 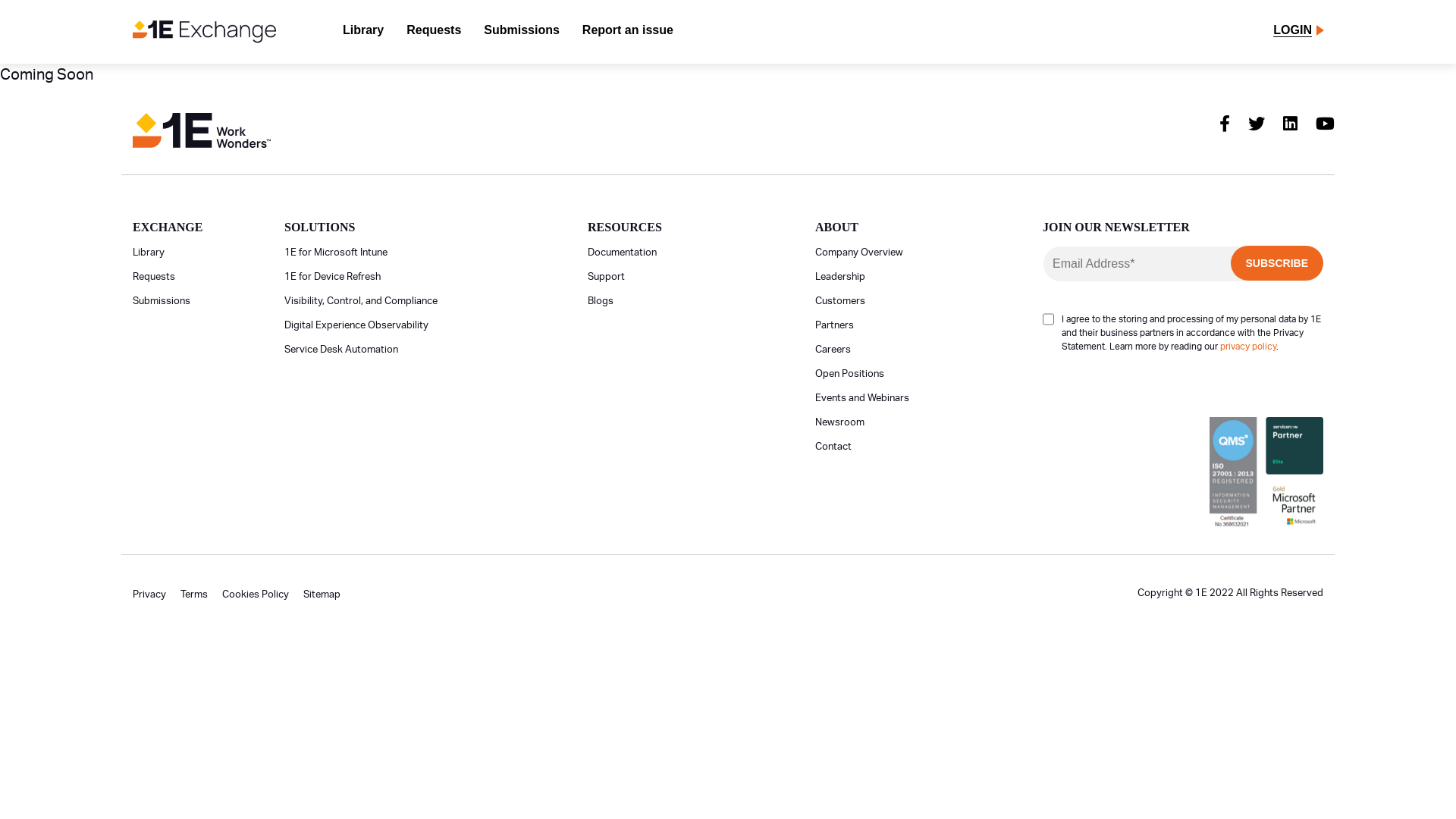 I want to click on 'Visibility, Control, and Compliance', so click(x=359, y=301).